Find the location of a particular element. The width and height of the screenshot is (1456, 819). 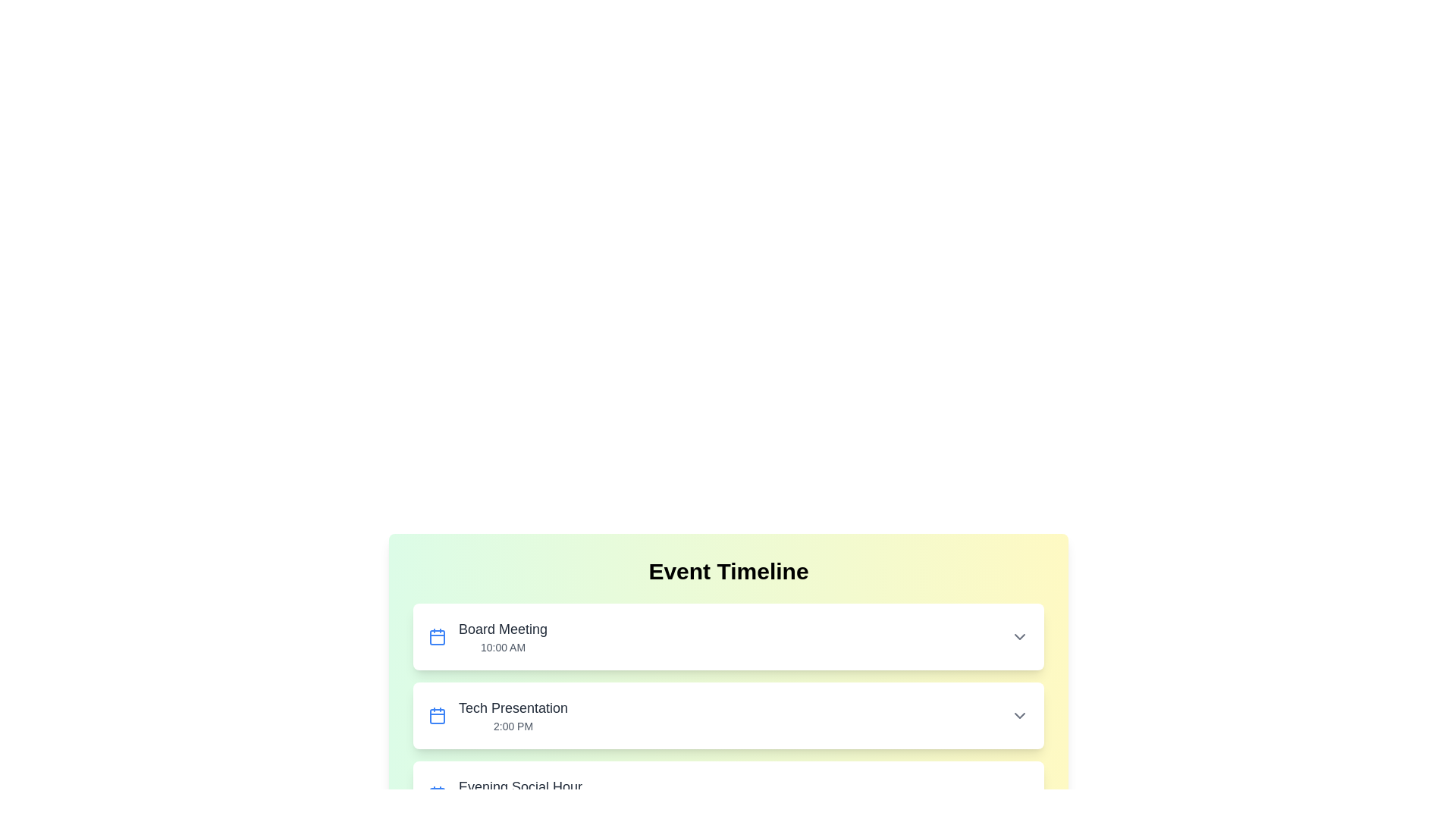

the Text Label displaying 'Evening Social Hour 5:00 PM' which is the last item in the 'Event Timeline' section, aligned to the left is located at coordinates (505, 794).